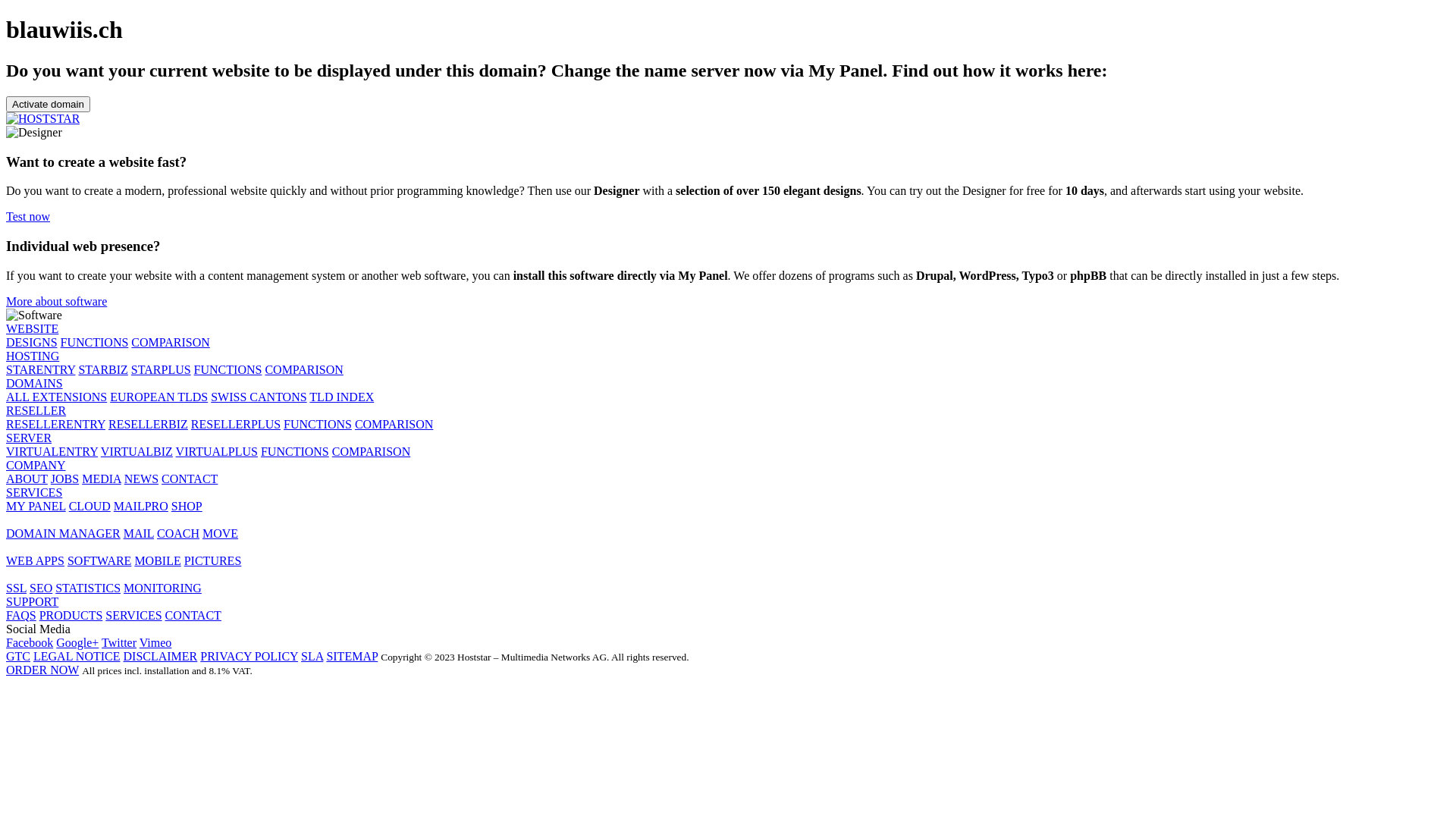 This screenshot has width=1456, height=819. I want to click on 'STARENTRY', so click(6, 369).